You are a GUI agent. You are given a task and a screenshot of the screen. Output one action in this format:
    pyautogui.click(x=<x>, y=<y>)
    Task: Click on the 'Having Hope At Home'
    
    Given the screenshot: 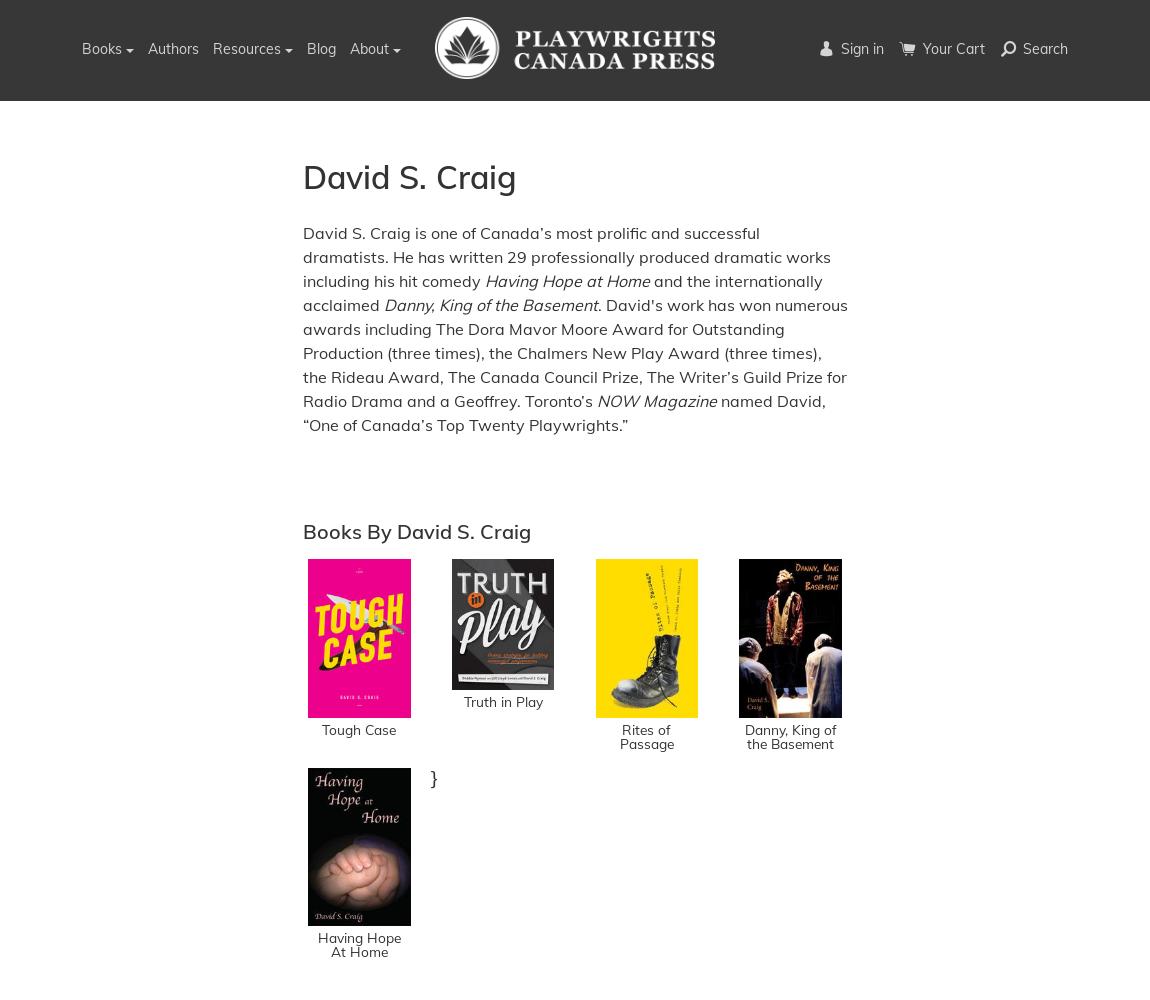 What is the action you would take?
    pyautogui.click(x=358, y=943)
    